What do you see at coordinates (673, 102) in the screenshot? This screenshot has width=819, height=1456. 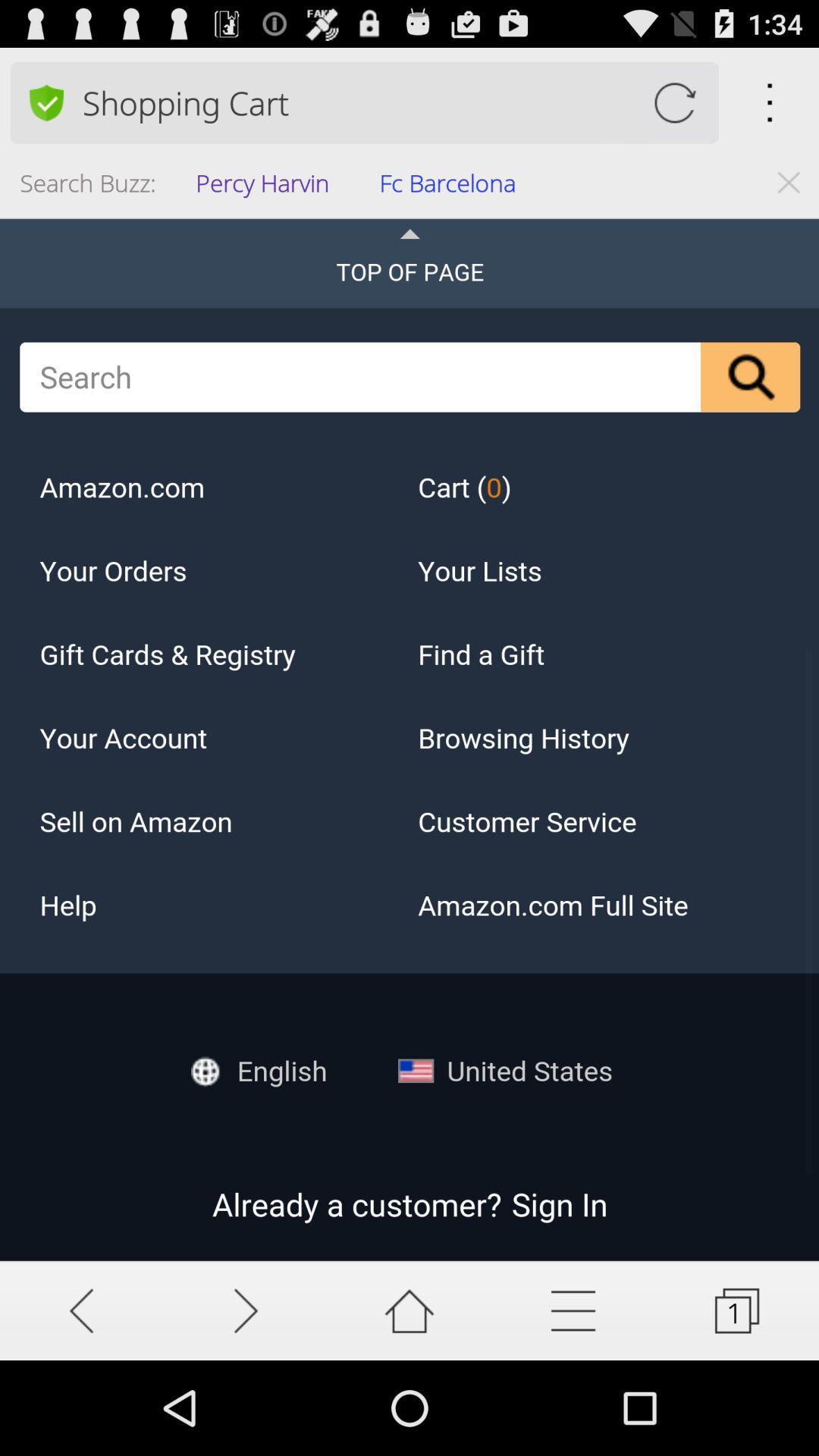 I see `refresh` at bounding box center [673, 102].